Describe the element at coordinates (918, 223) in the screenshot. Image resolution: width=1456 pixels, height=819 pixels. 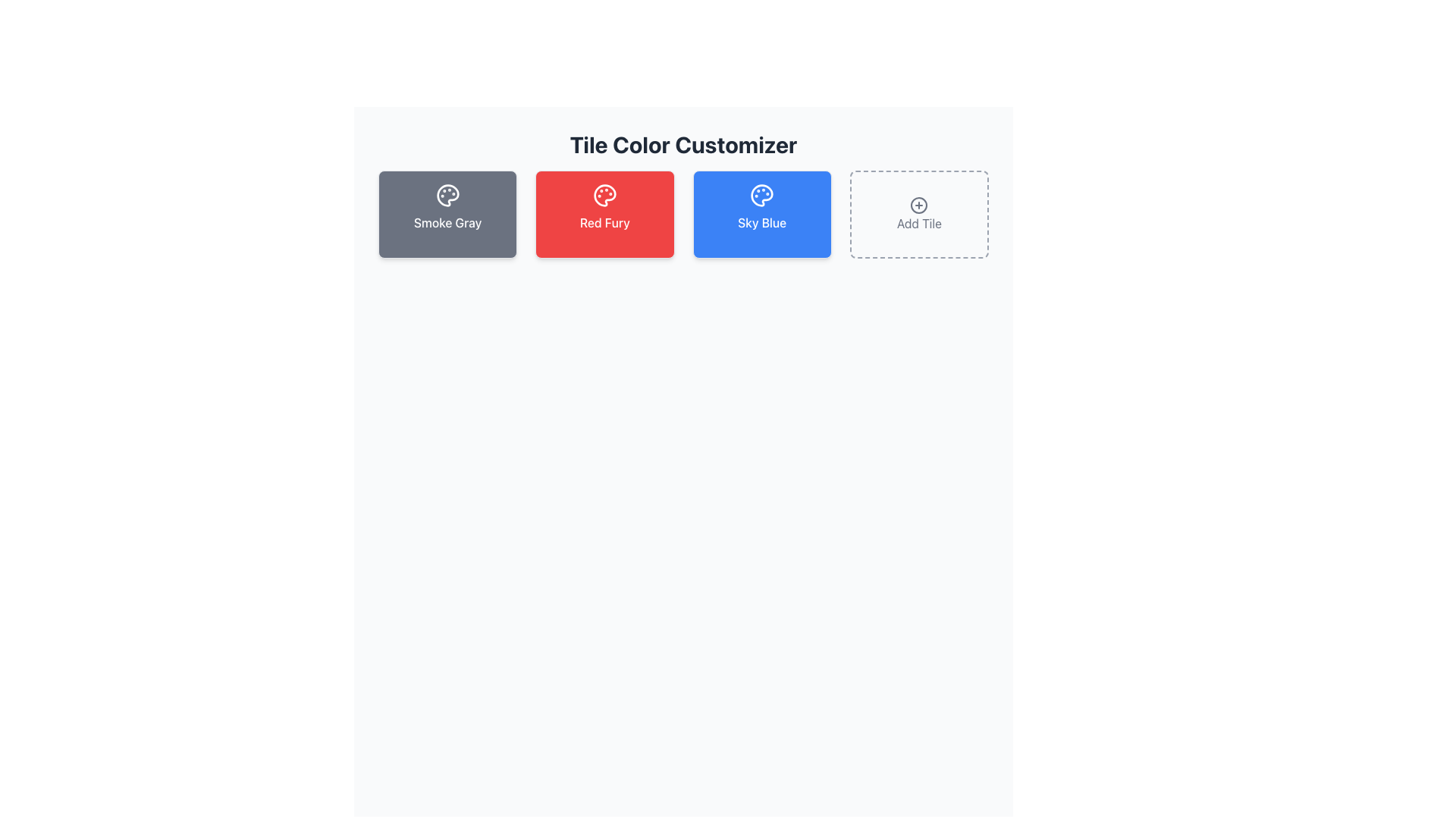
I see `the 'Add Tile' text label within the dashed rectangular box` at that location.